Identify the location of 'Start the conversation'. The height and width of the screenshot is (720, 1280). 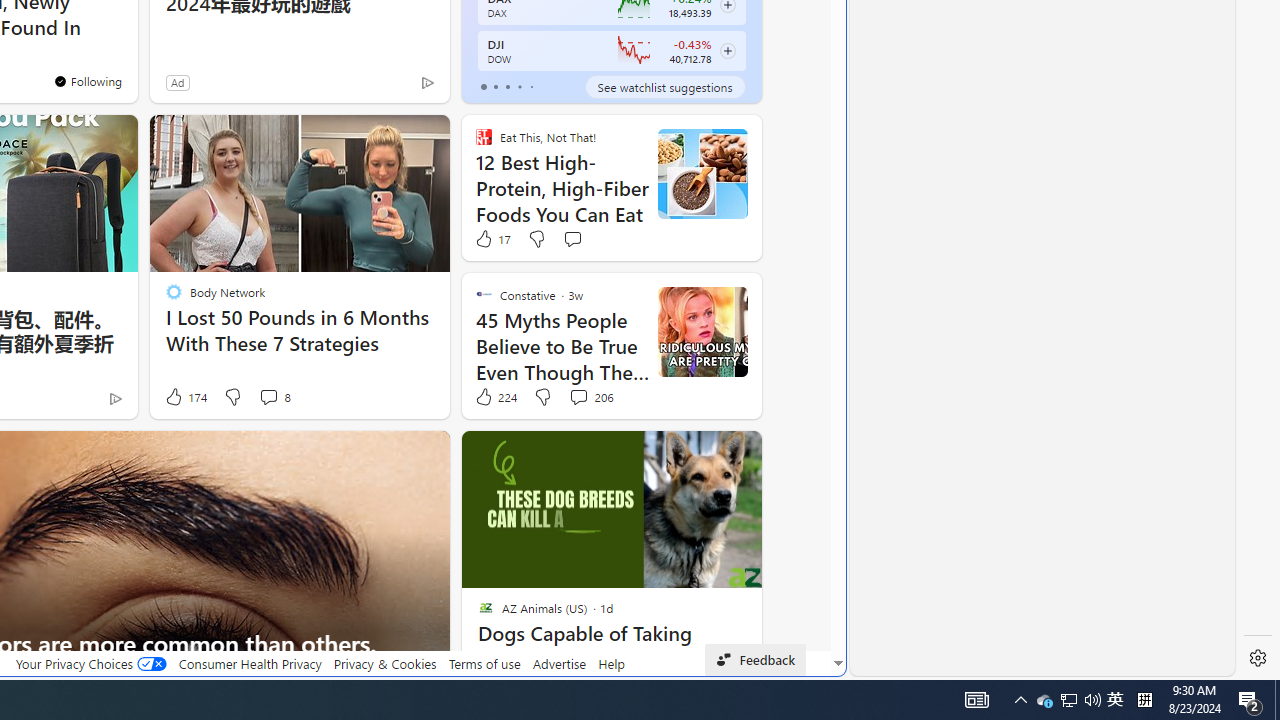
(571, 238).